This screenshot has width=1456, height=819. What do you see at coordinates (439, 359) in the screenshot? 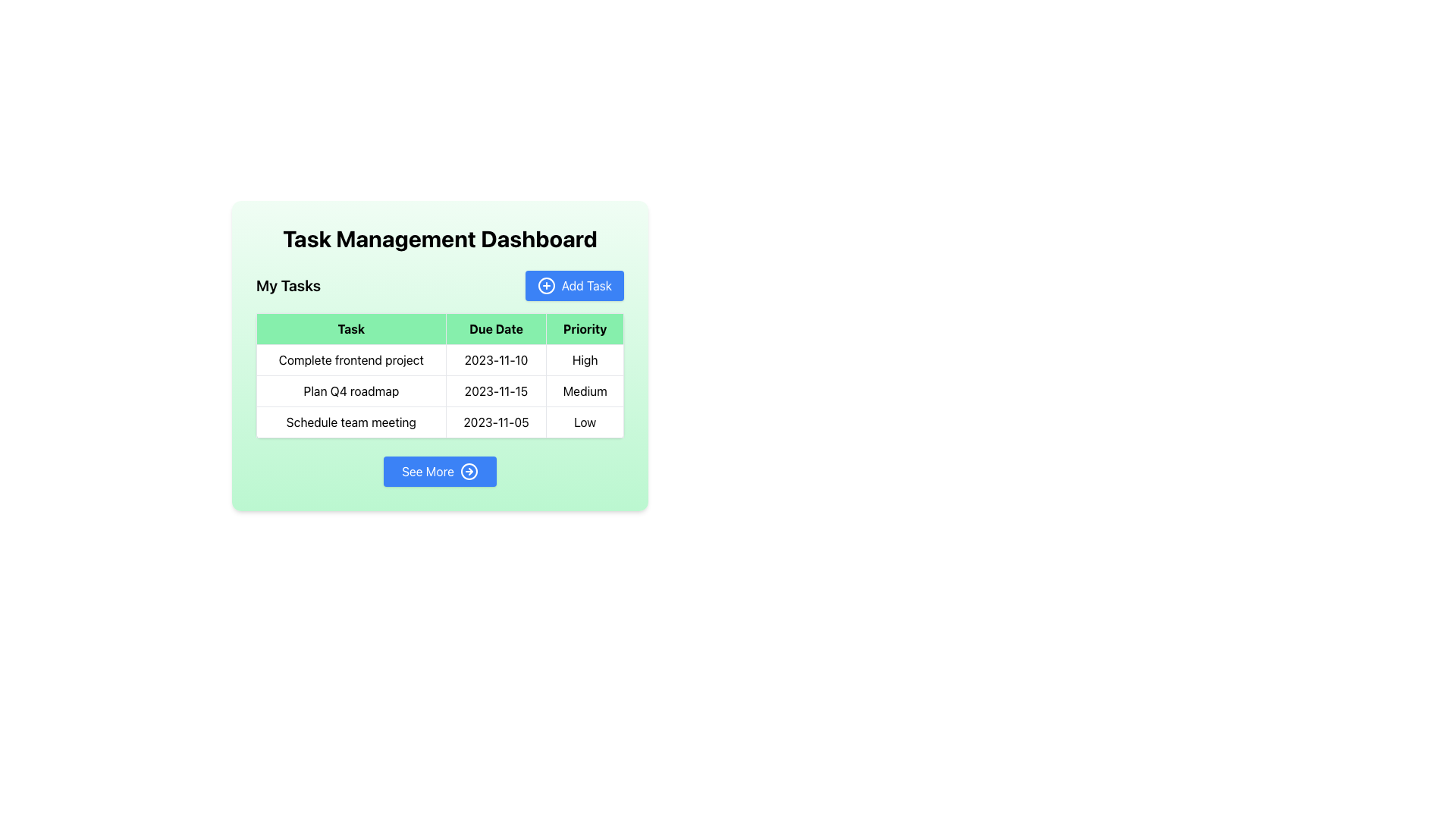
I see `the first row of the task management dashboard table that contains the task 'Complete frontend project', due date '2023-11-10', and priority 'High'` at bounding box center [439, 359].